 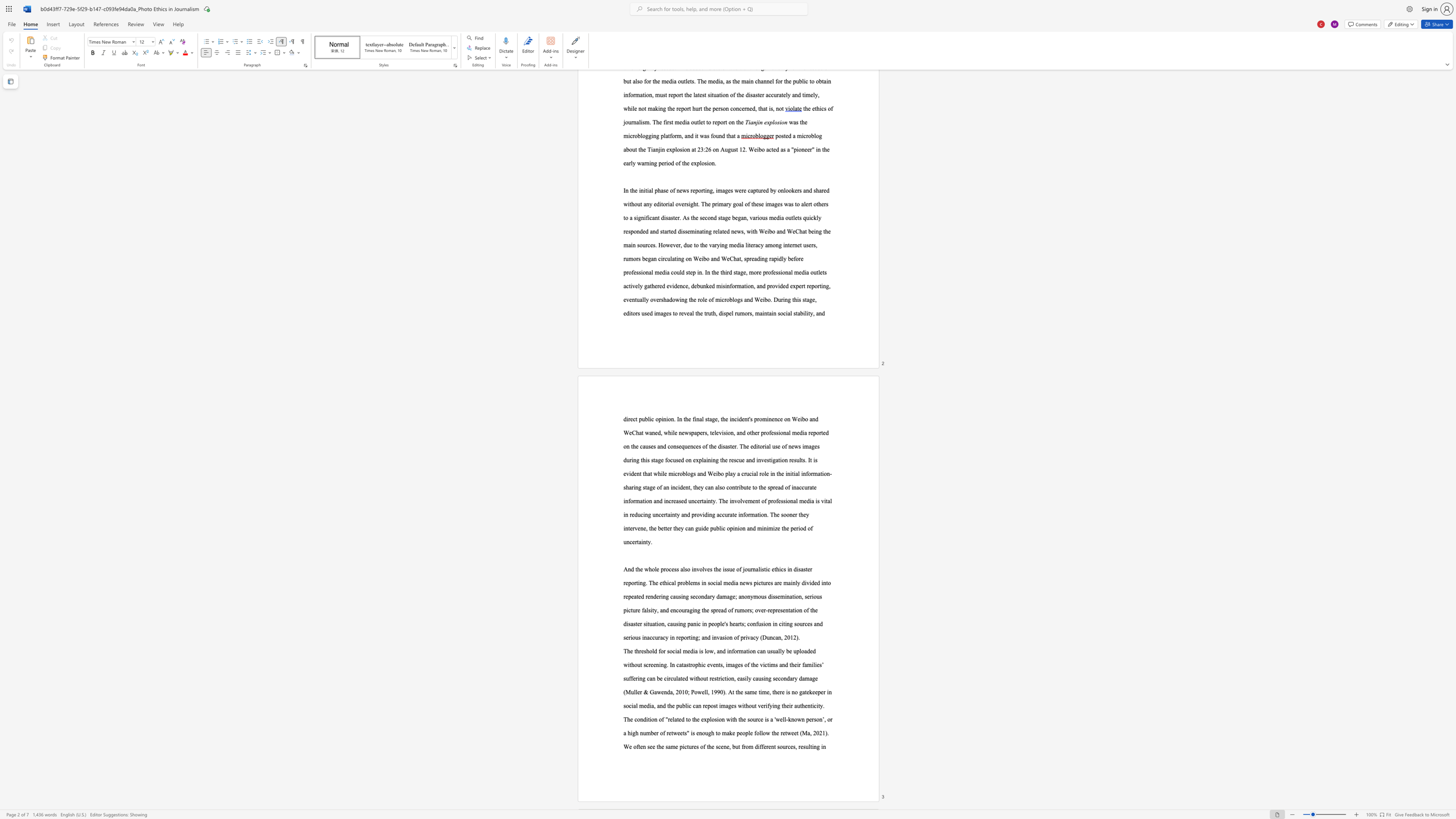 What do you see at coordinates (672, 569) in the screenshot?
I see `the 2th character "e" in the text` at bounding box center [672, 569].